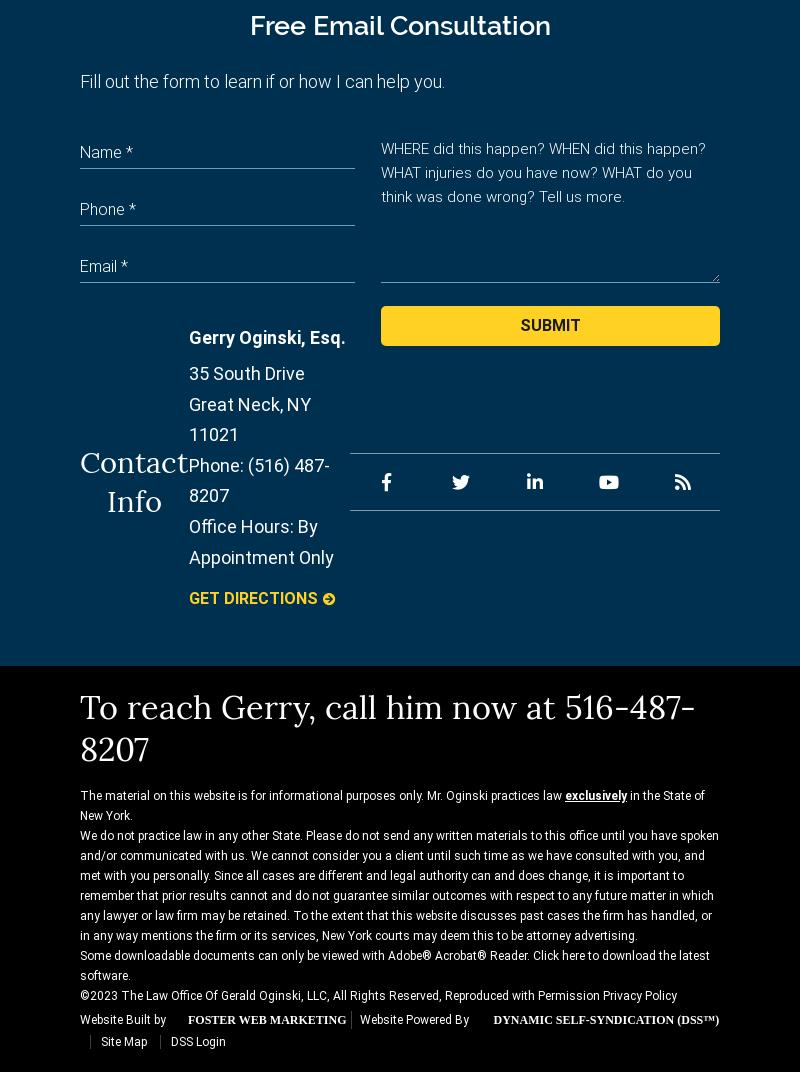 The height and width of the screenshot is (1072, 800). What do you see at coordinates (216, 463) in the screenshot?
I see `'Phone:'` at bounding box center [216, 463].